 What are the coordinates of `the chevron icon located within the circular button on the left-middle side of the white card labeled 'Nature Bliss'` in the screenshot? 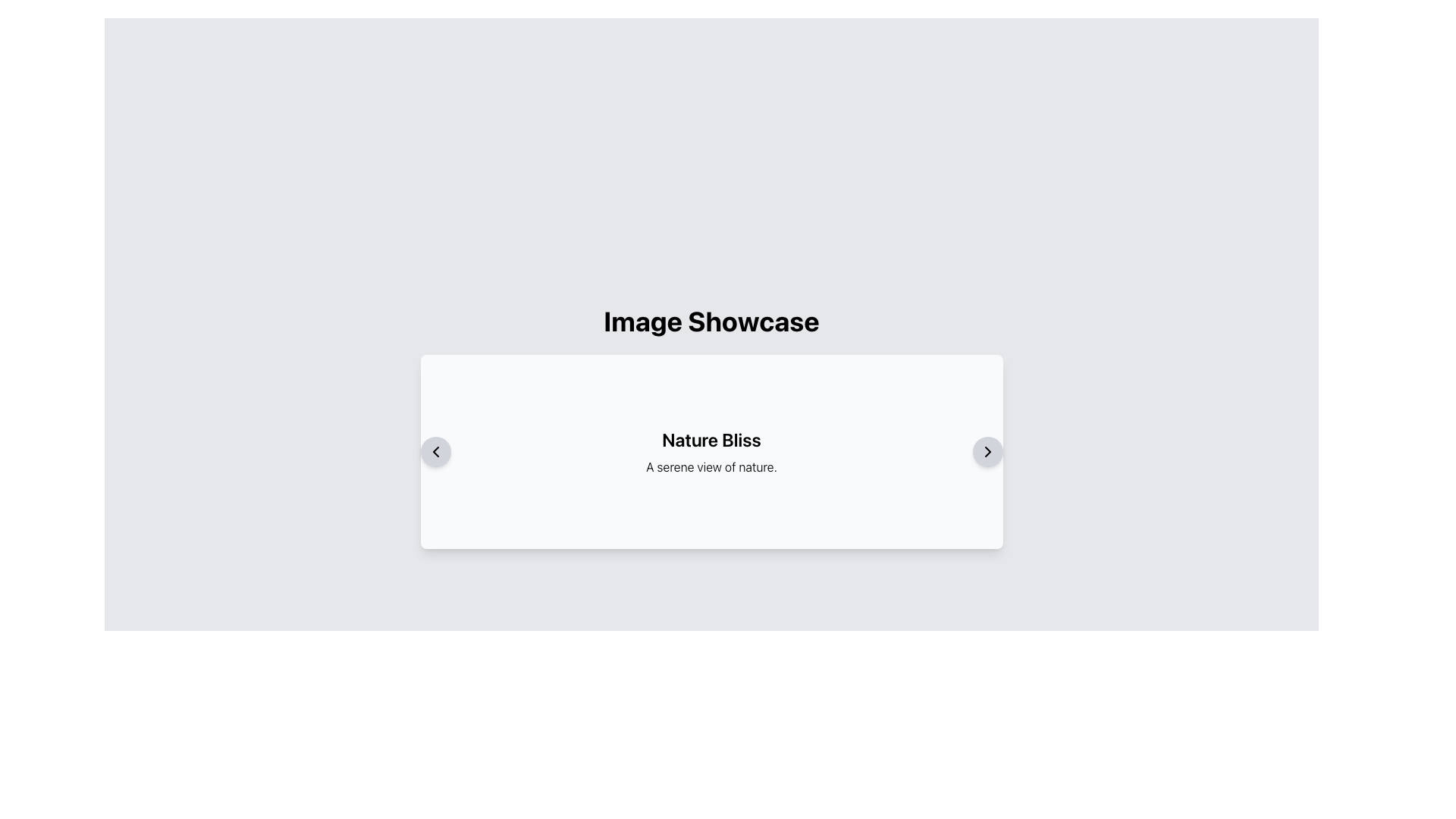 It's located at (435, 451).